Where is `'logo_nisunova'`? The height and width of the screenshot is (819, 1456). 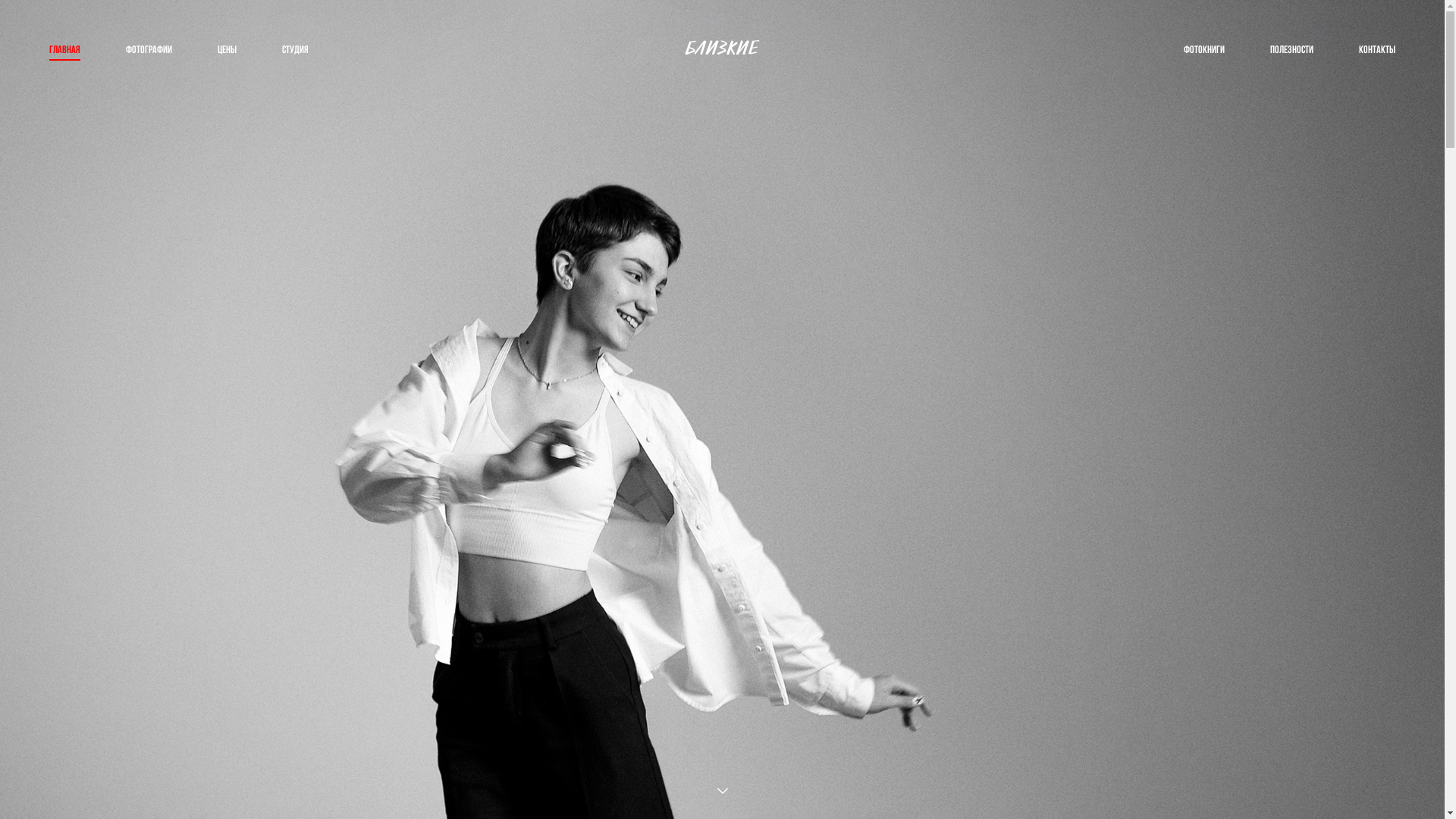
'logo_nisunova' is located at coordinates (721, 49).